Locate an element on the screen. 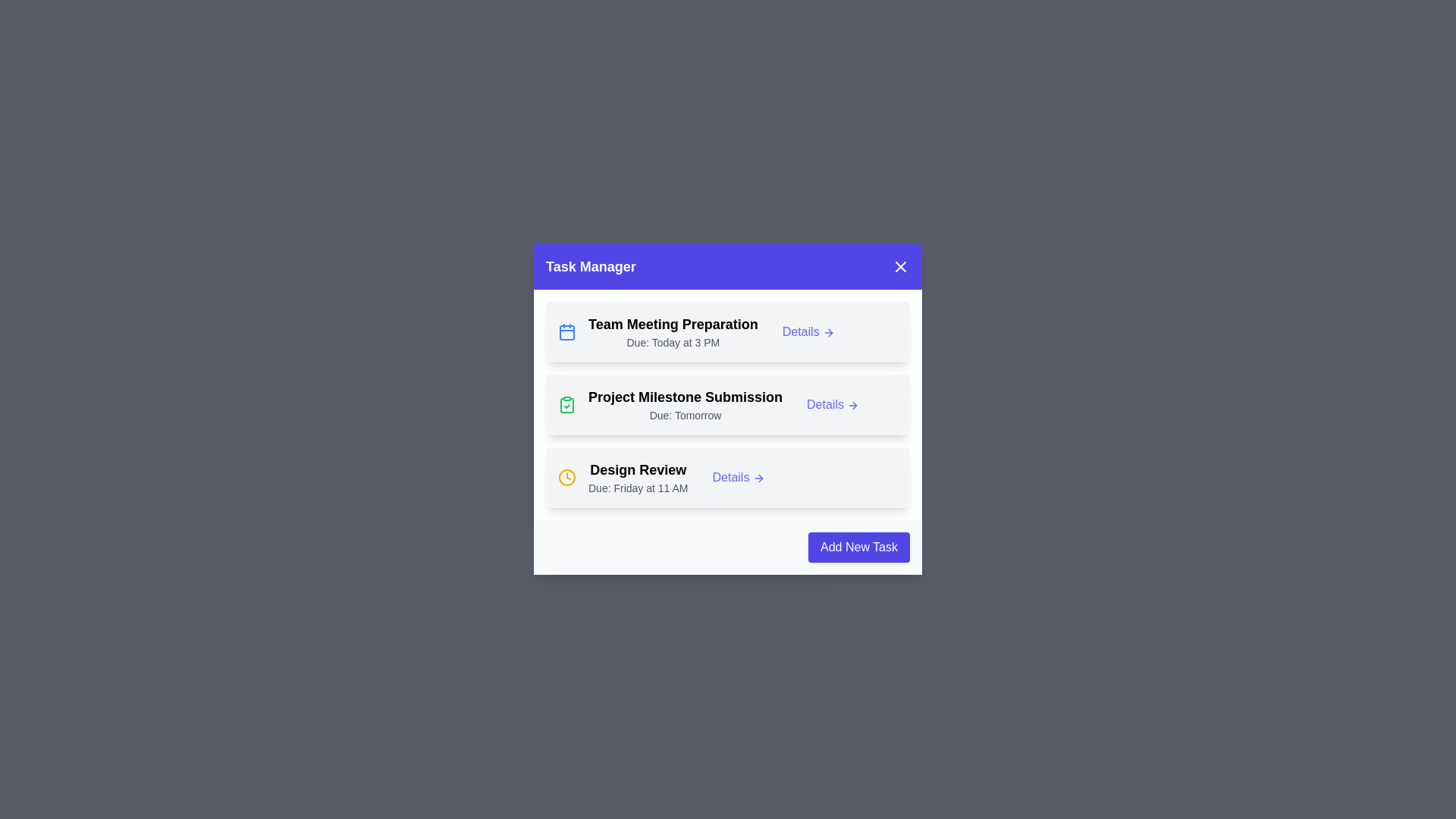 This screenshot has width=1456, height=819. the 'Details' icon located within the 'Details' button of the 'Design Review' section at the bottom of the task list, which serves as a visual indicator for accessing additional information is located at coordinates (758, 478).